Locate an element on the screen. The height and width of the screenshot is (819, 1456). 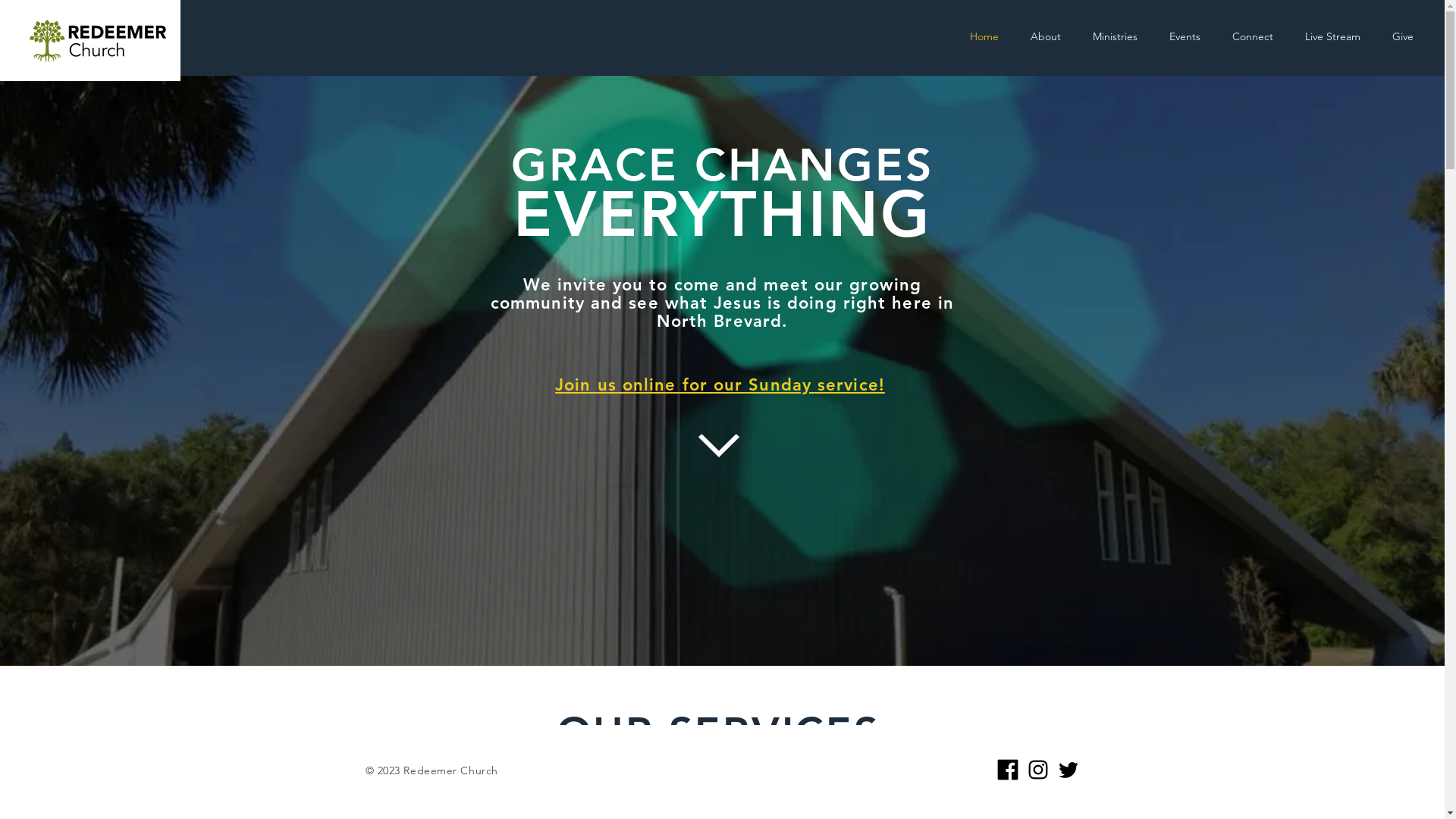
'Live Stream' is located at coordinates (1332, 36).